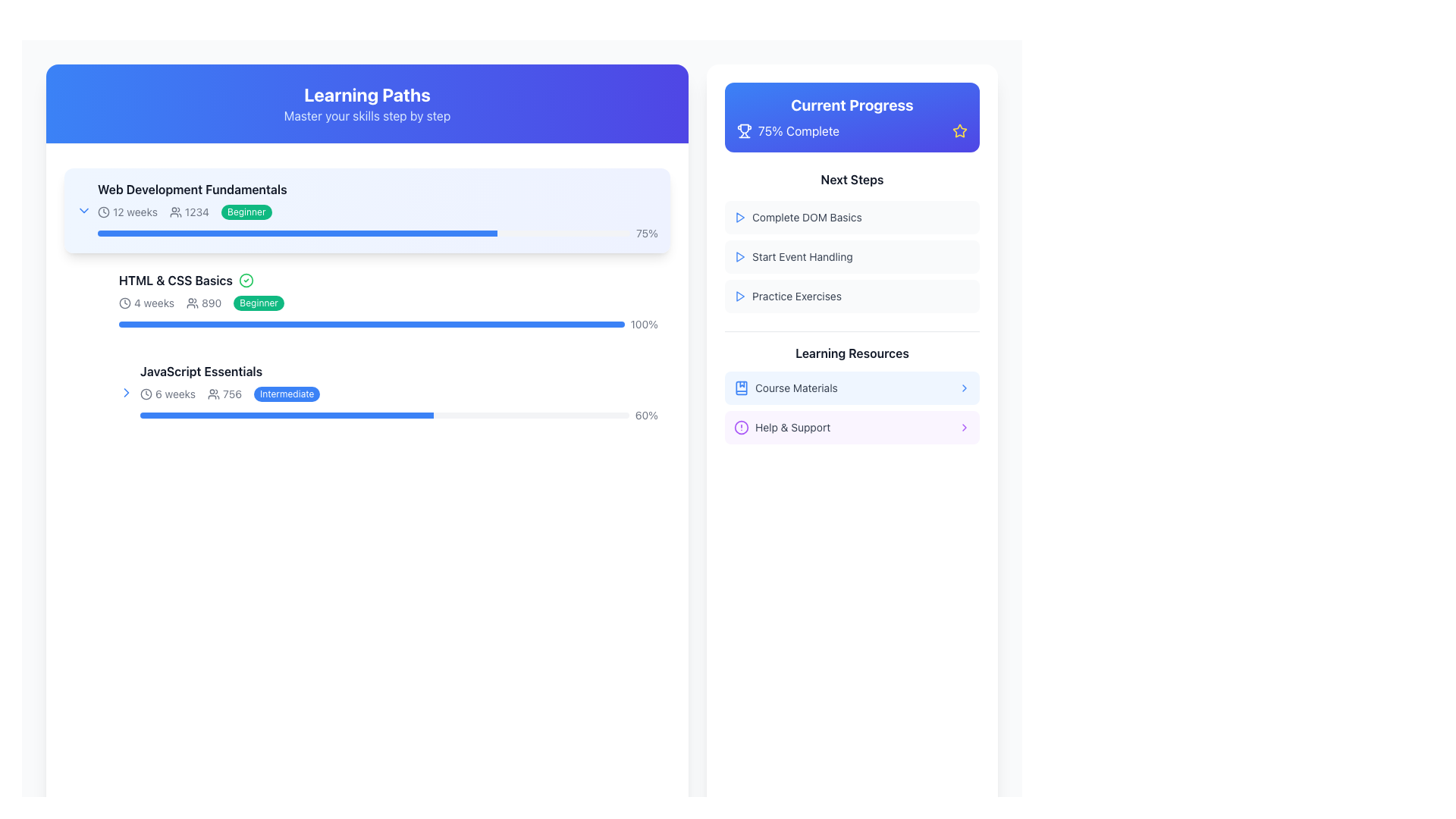  Describe the element at coordinates (796, 296) in the screenshot. I see `the non-interactive text label indicating the title or description of a task or resource within the 'Next Steps' section, located under the 'Current Progress' card` at that location.